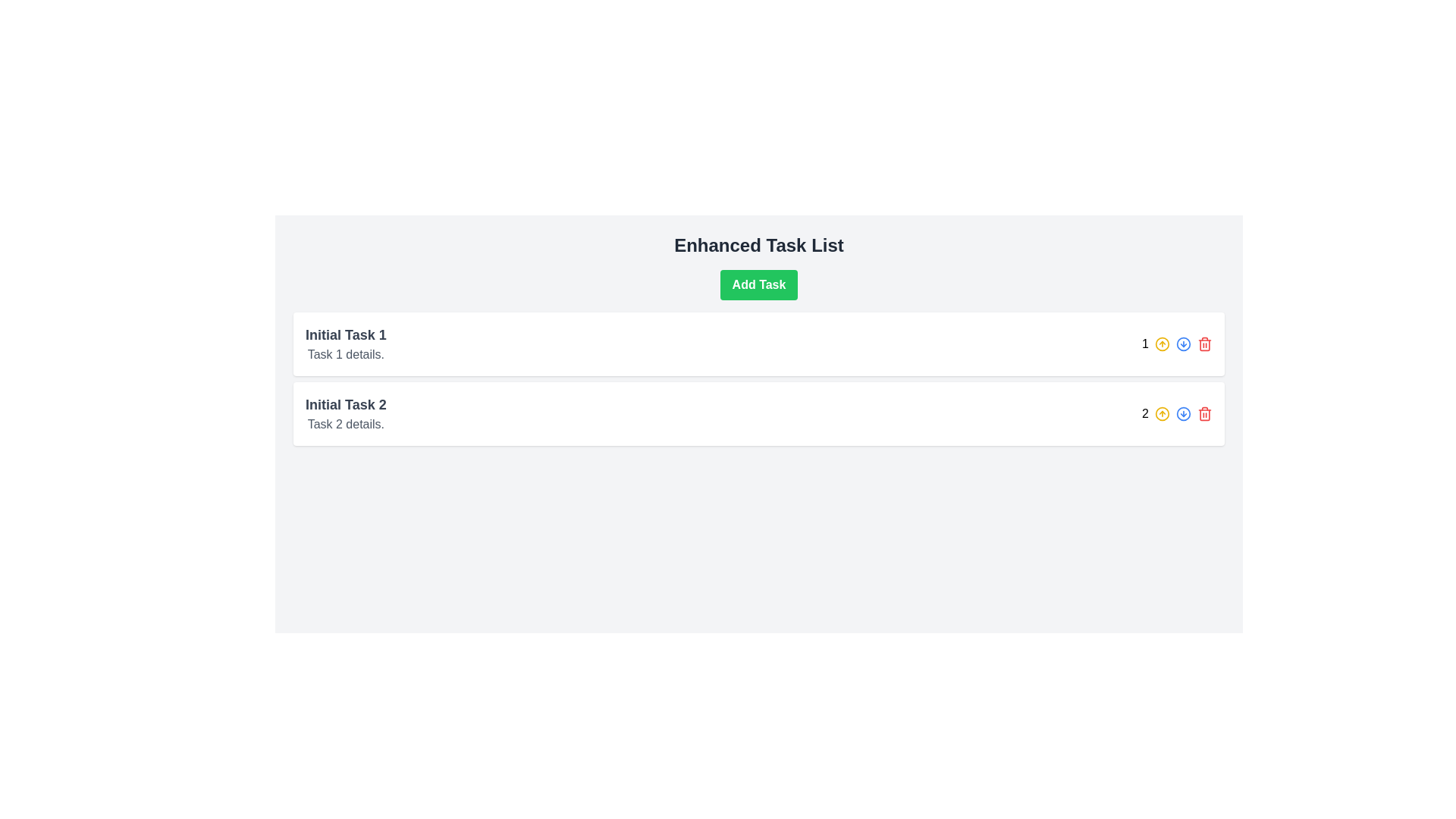 This screenshot has width=1456, height=819. Describe the element at coordinates (345, 414) in the screenshot. I see `the text block that provides the title 'Initial Task 2' and description 'Task 2 details.' located centrally within the second task block of the task list` at that location.